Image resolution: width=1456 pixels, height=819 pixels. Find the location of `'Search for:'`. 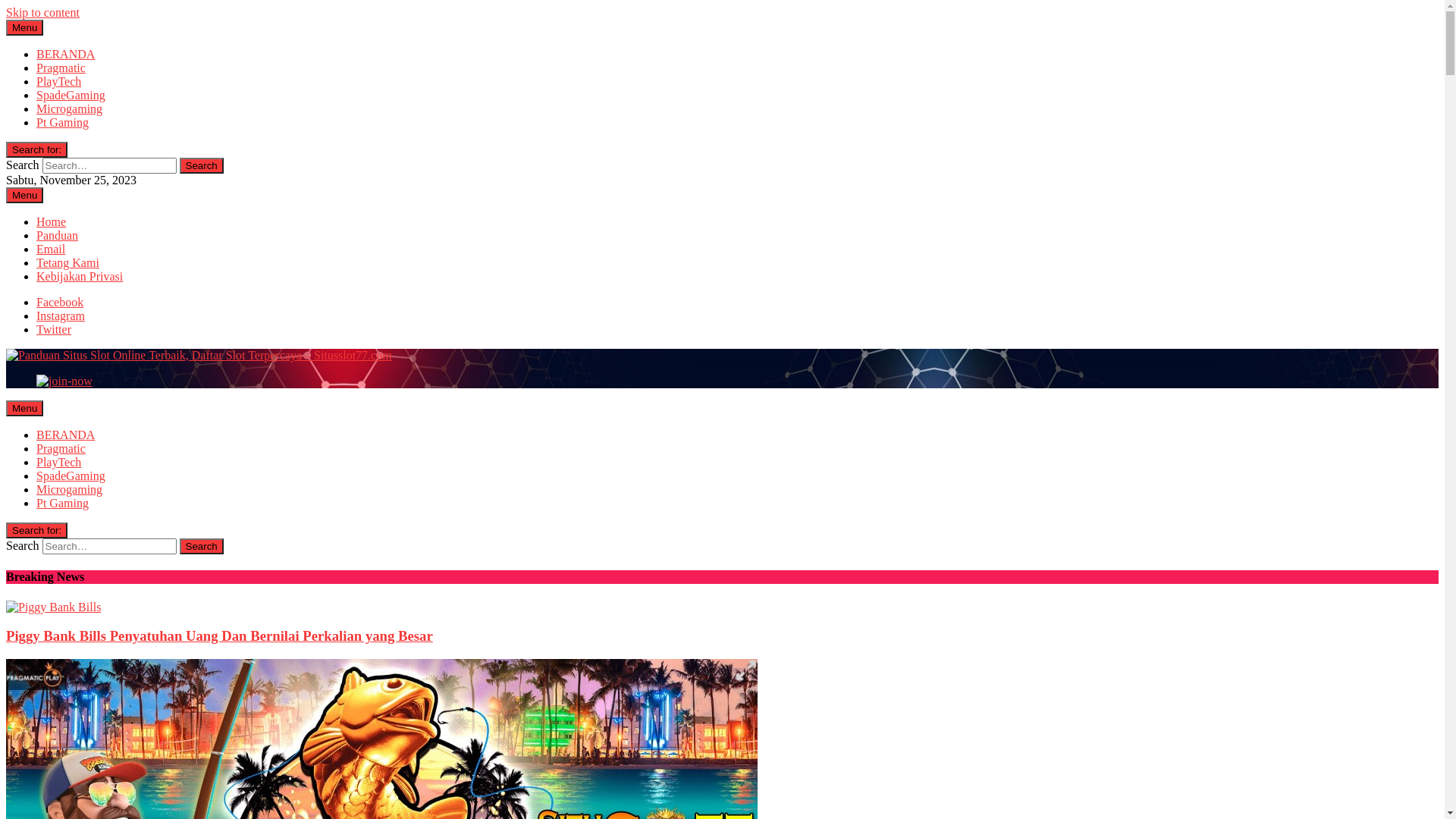

'Search for:' is located at coordinates (36, 529).